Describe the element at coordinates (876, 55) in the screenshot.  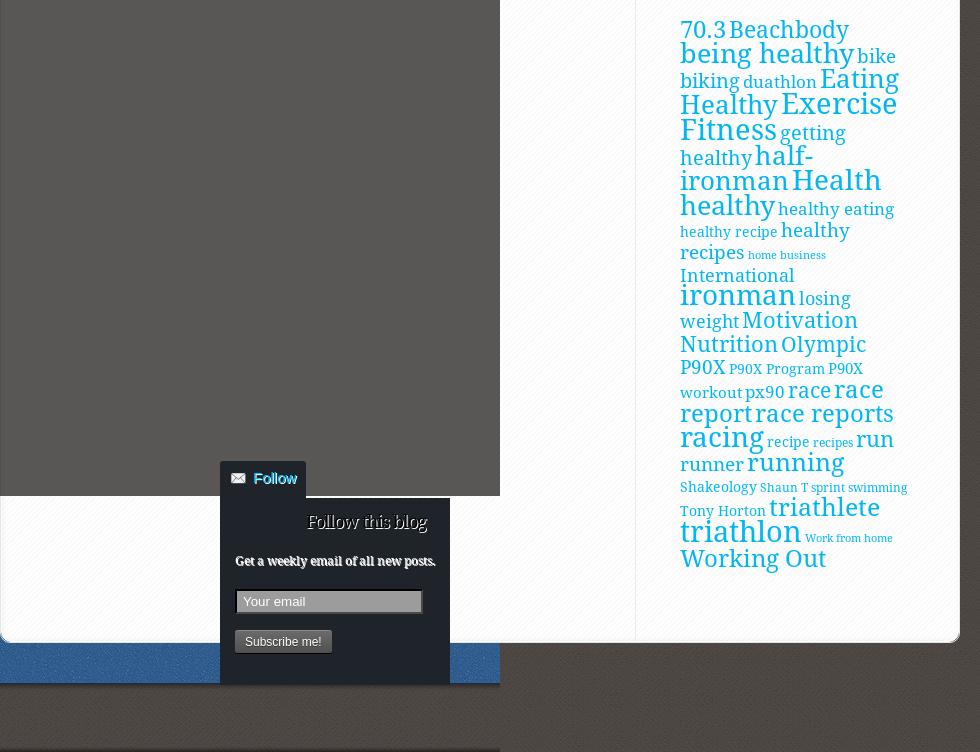
I see `'bike'` at that location.